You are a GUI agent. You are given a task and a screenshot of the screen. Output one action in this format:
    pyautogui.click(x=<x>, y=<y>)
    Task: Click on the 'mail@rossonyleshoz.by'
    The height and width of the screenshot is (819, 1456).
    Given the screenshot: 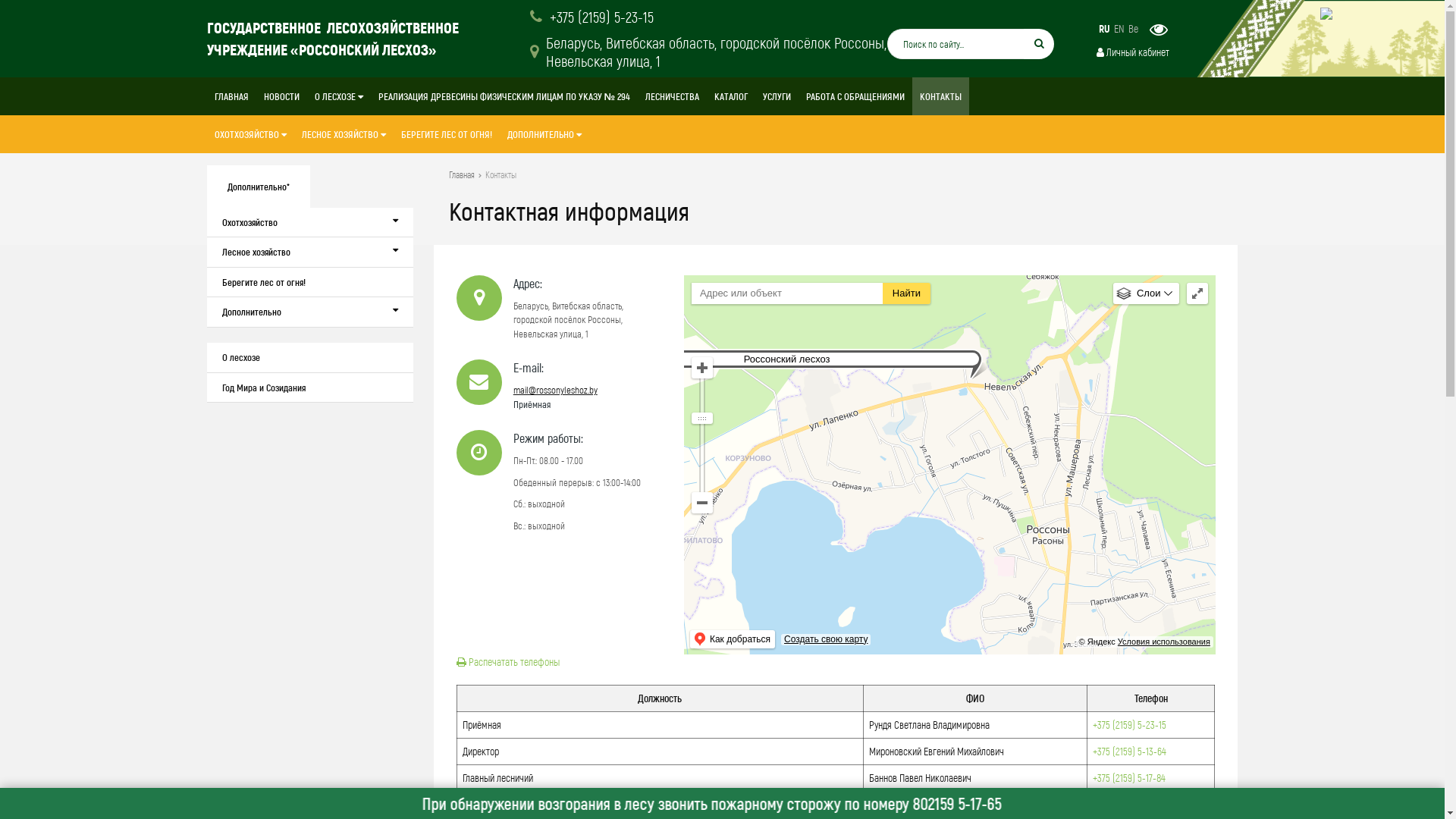 What is the action you would take?
    pyautogui.click(x=513, y=388)
    